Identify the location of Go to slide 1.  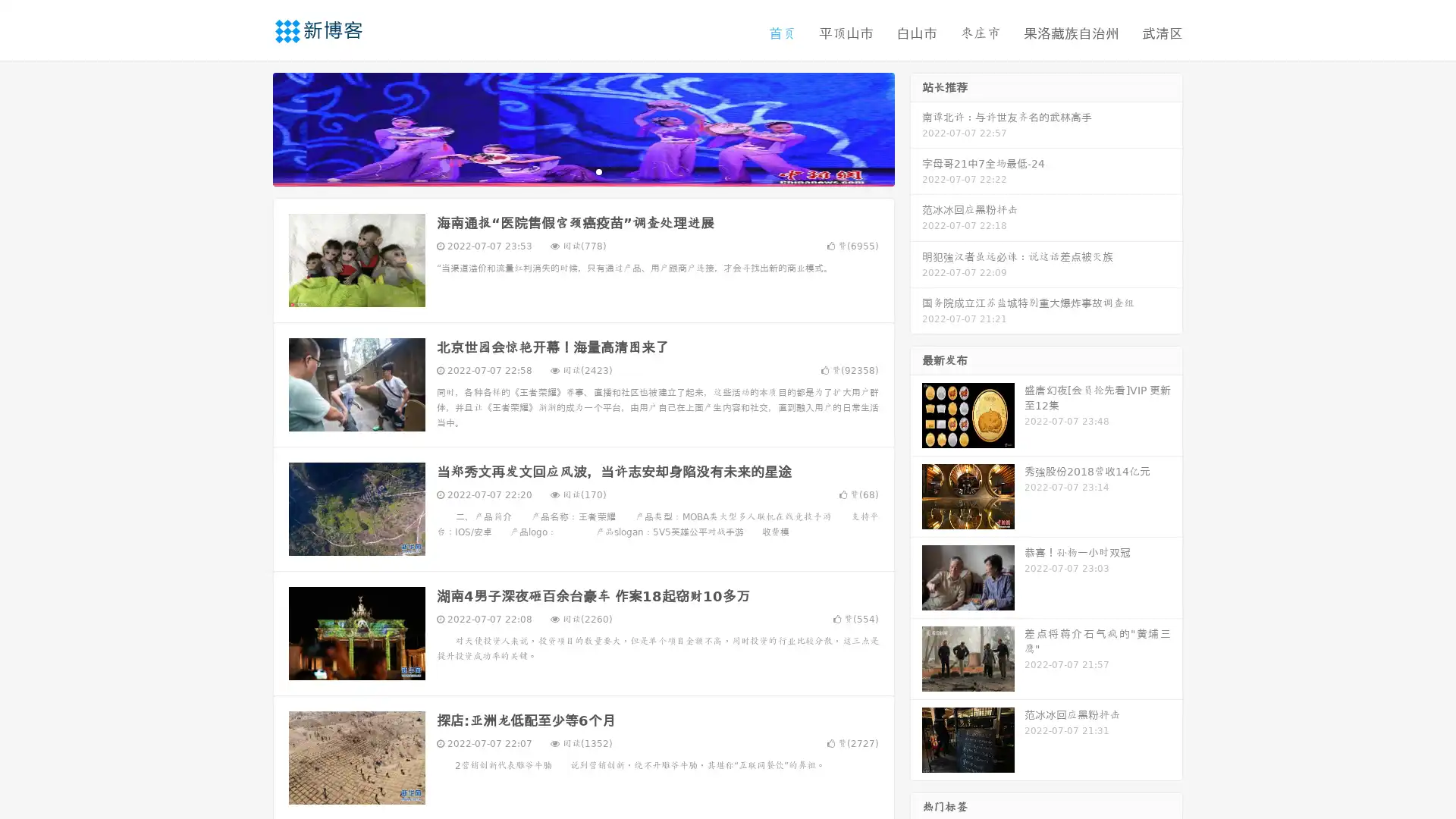
(567, 171).